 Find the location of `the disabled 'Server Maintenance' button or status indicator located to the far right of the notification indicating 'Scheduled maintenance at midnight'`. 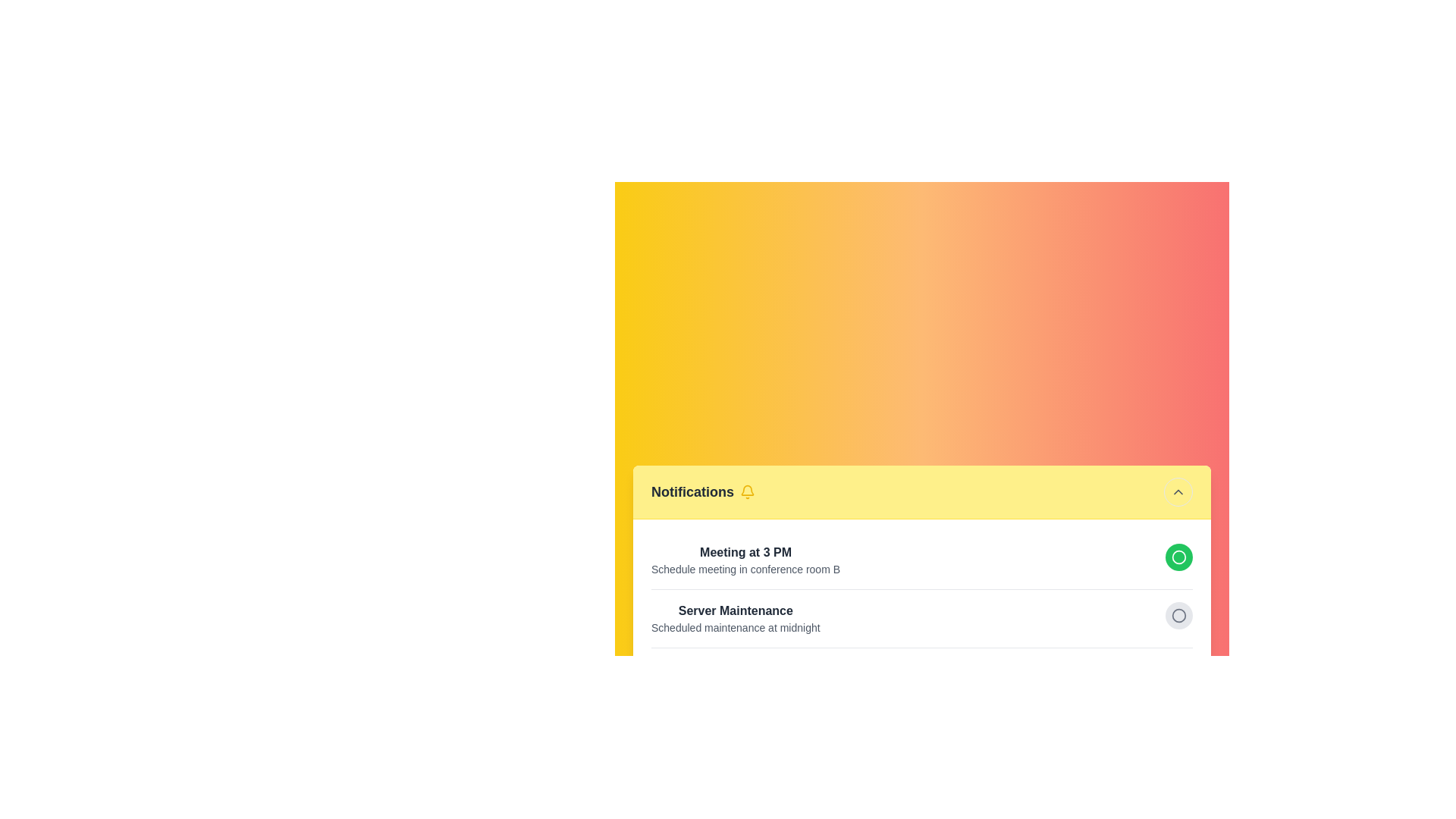

the disabled 'Server Maintenance' button or status indicator located to the far right of the notification indicating 'Scheduled maintenance at midnight' is located at coordinates (1178, 614).